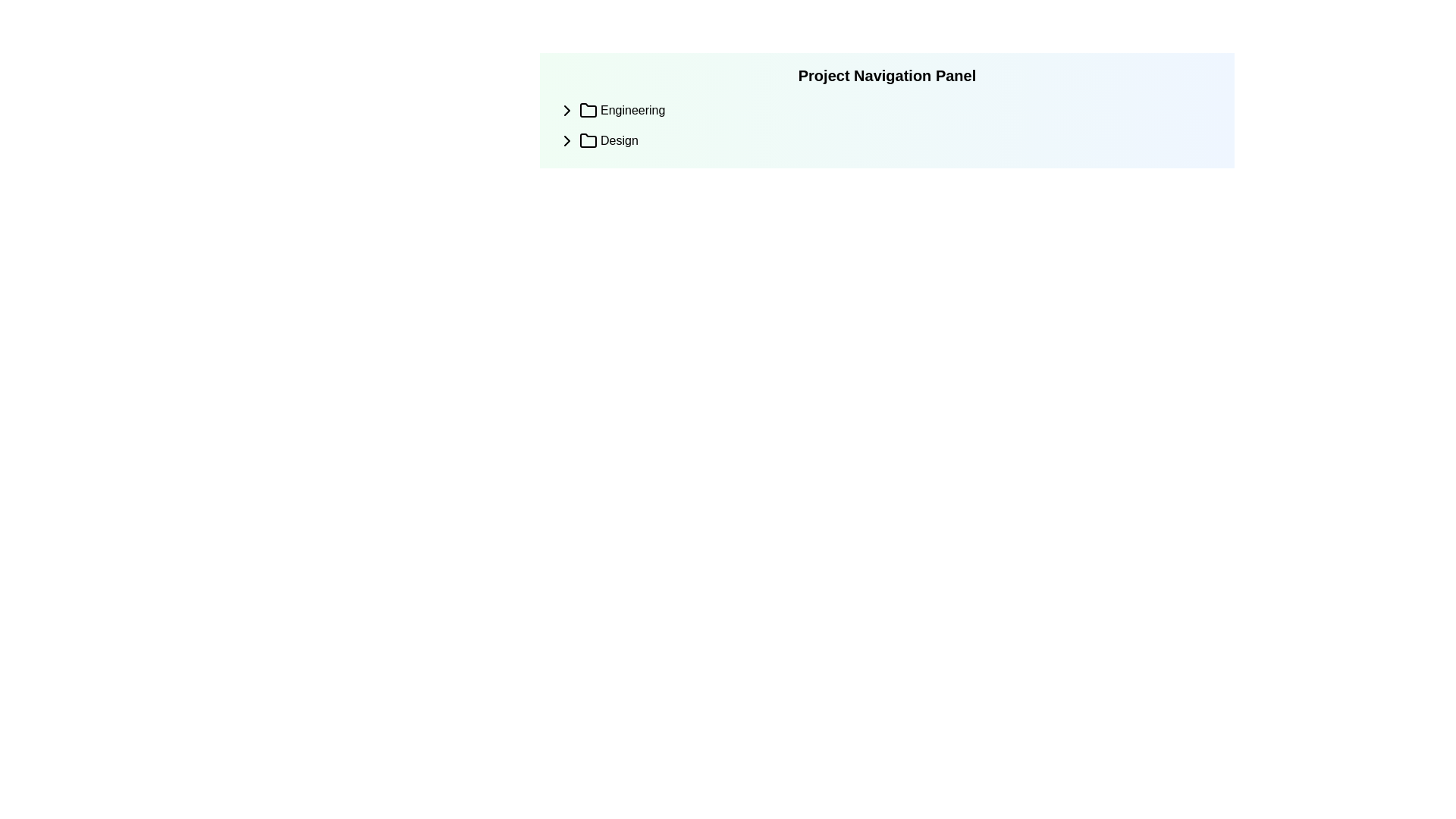 Image resolution: width=1456 pixels, height=819 pixels. Describe the element at coordinates (566, 140) in the screenshot. I see `the expandable or collapsible subsection icon located to the left of the text 'Design' in the navigation panel` at that location.